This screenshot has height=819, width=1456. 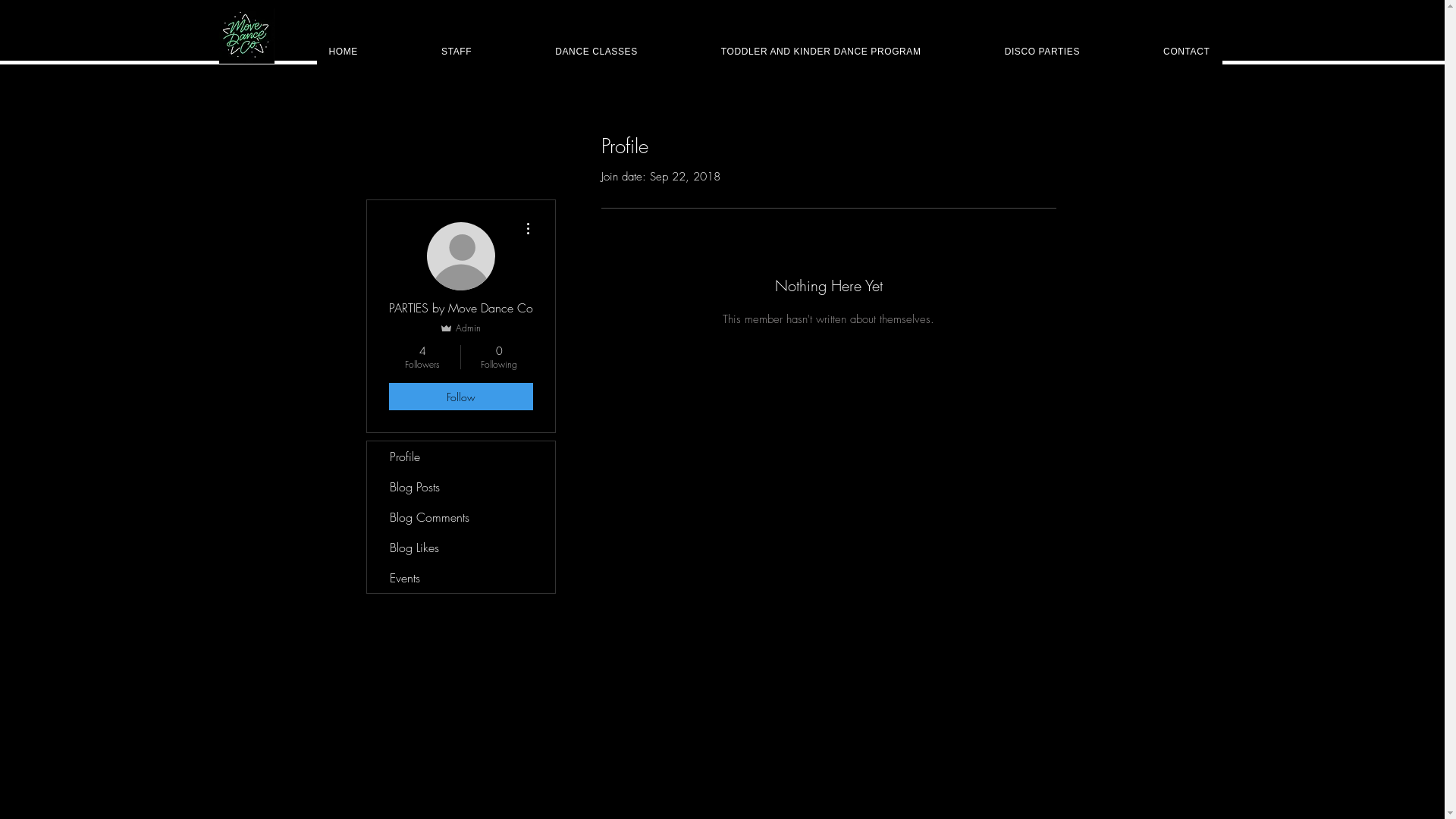 I want to click on 'Events', so click(x=367, y=578).